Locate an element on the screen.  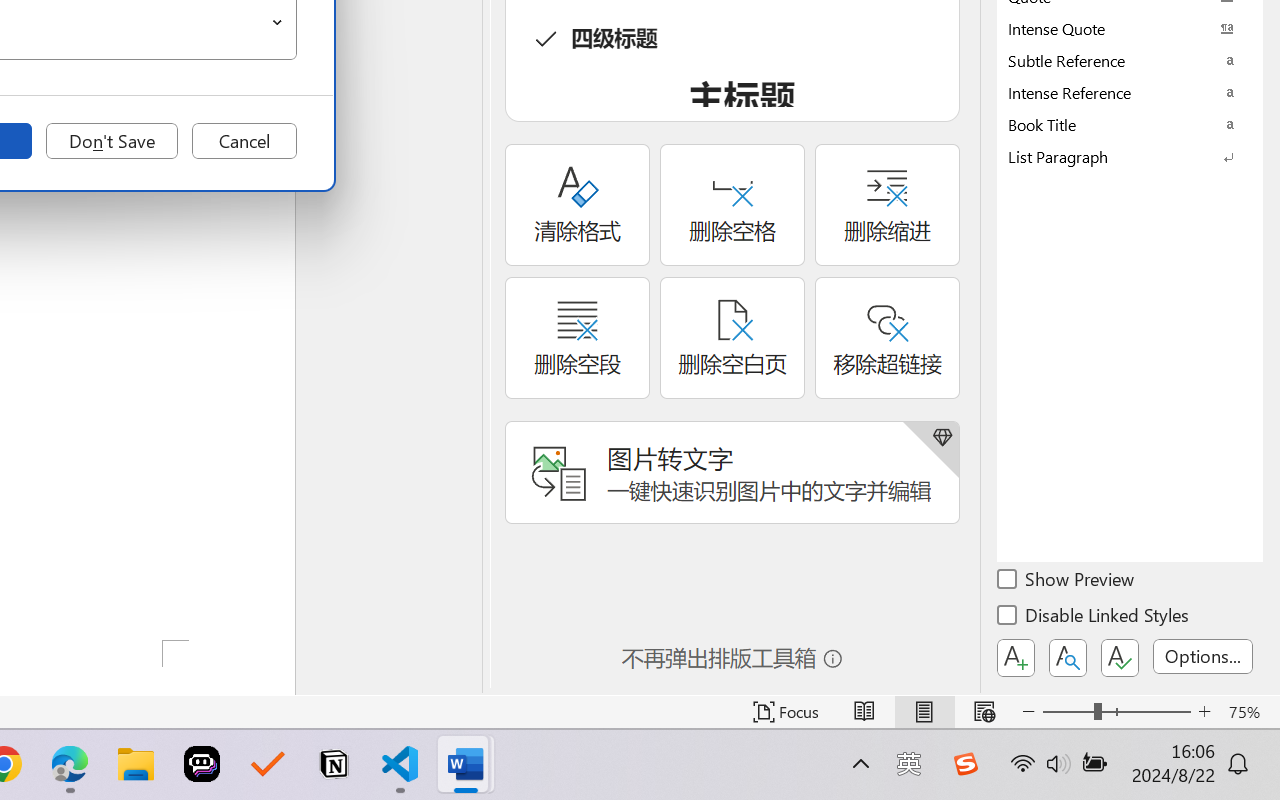
'Disable Linked Styles' is located at coordinates (1094, 618).